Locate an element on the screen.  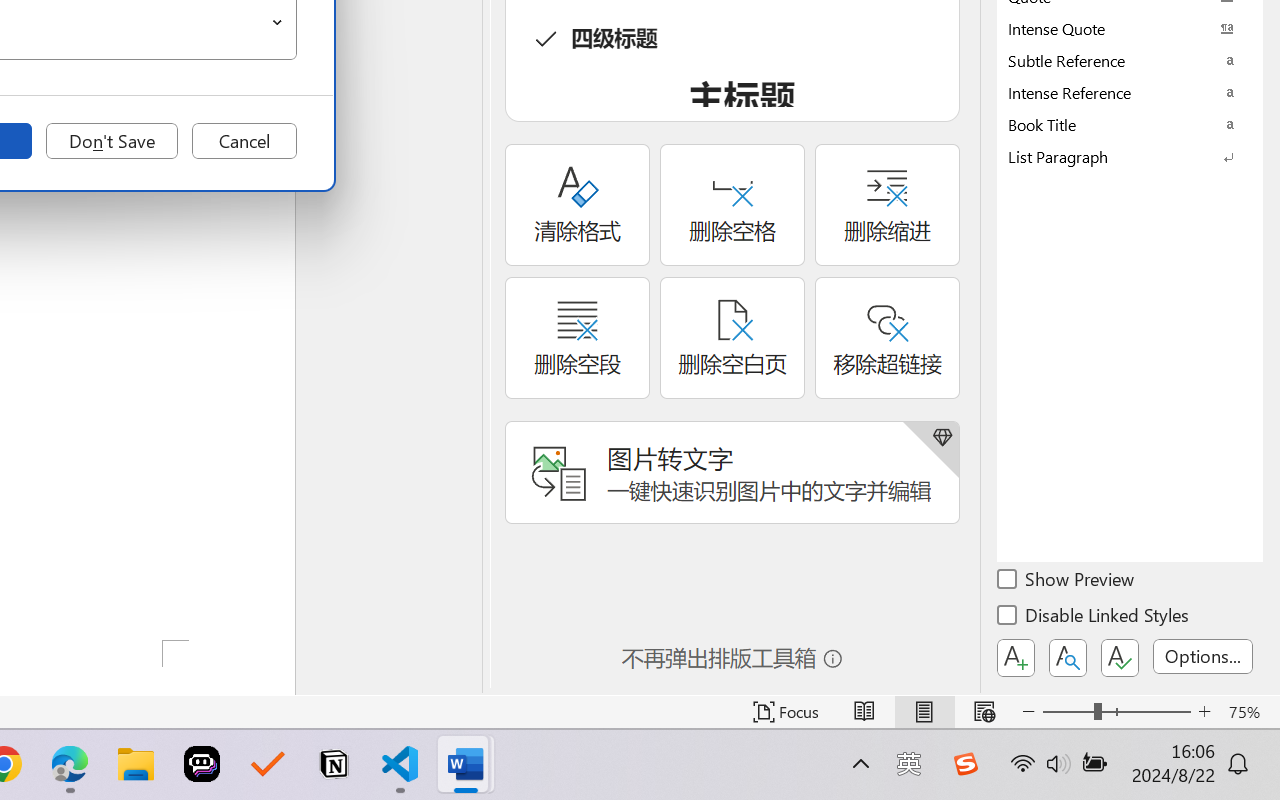
'Disable Linked Styles' is located at coordinates (1094, 618).